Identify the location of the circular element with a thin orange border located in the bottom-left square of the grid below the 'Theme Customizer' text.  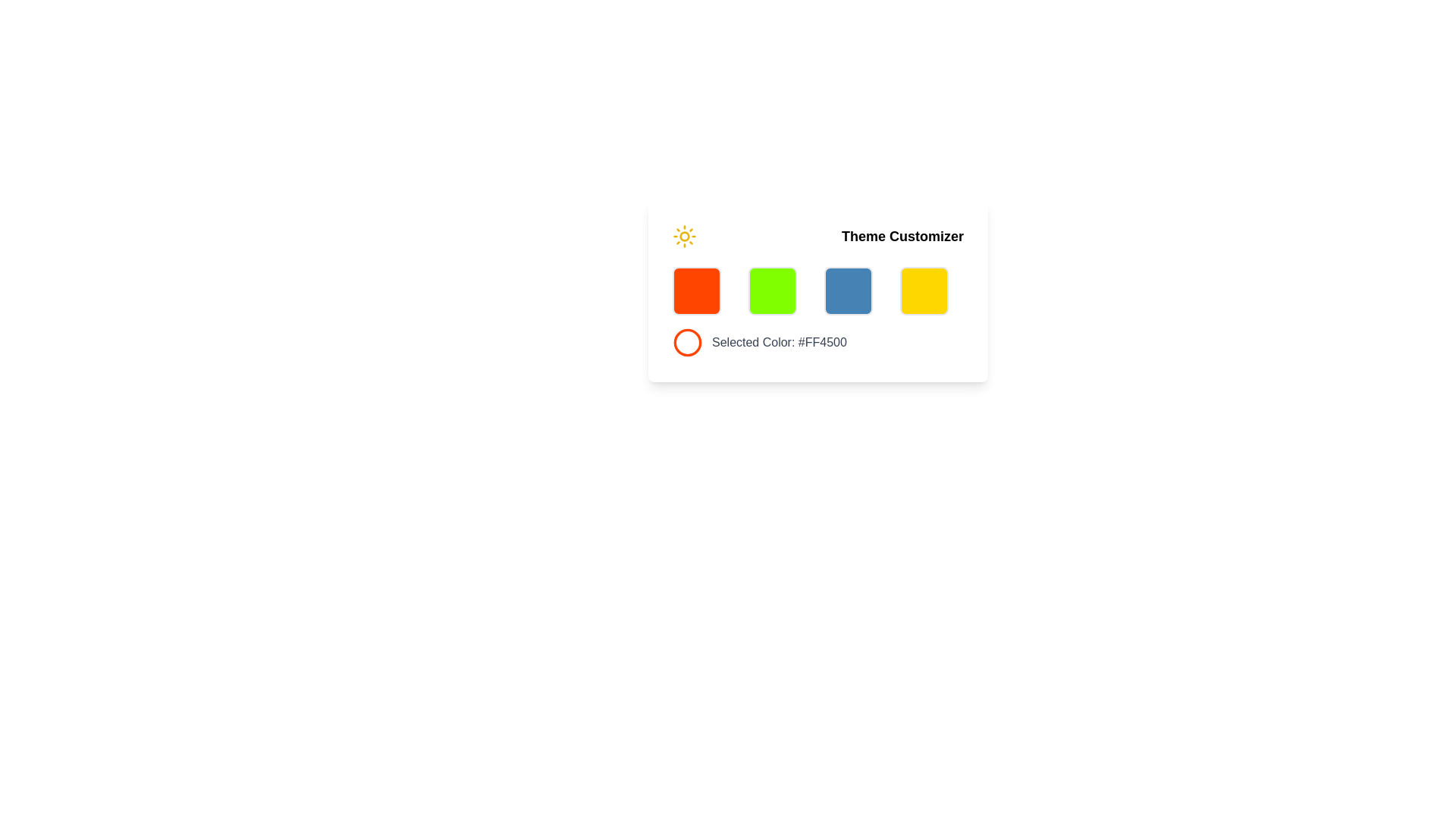
(687, 342).